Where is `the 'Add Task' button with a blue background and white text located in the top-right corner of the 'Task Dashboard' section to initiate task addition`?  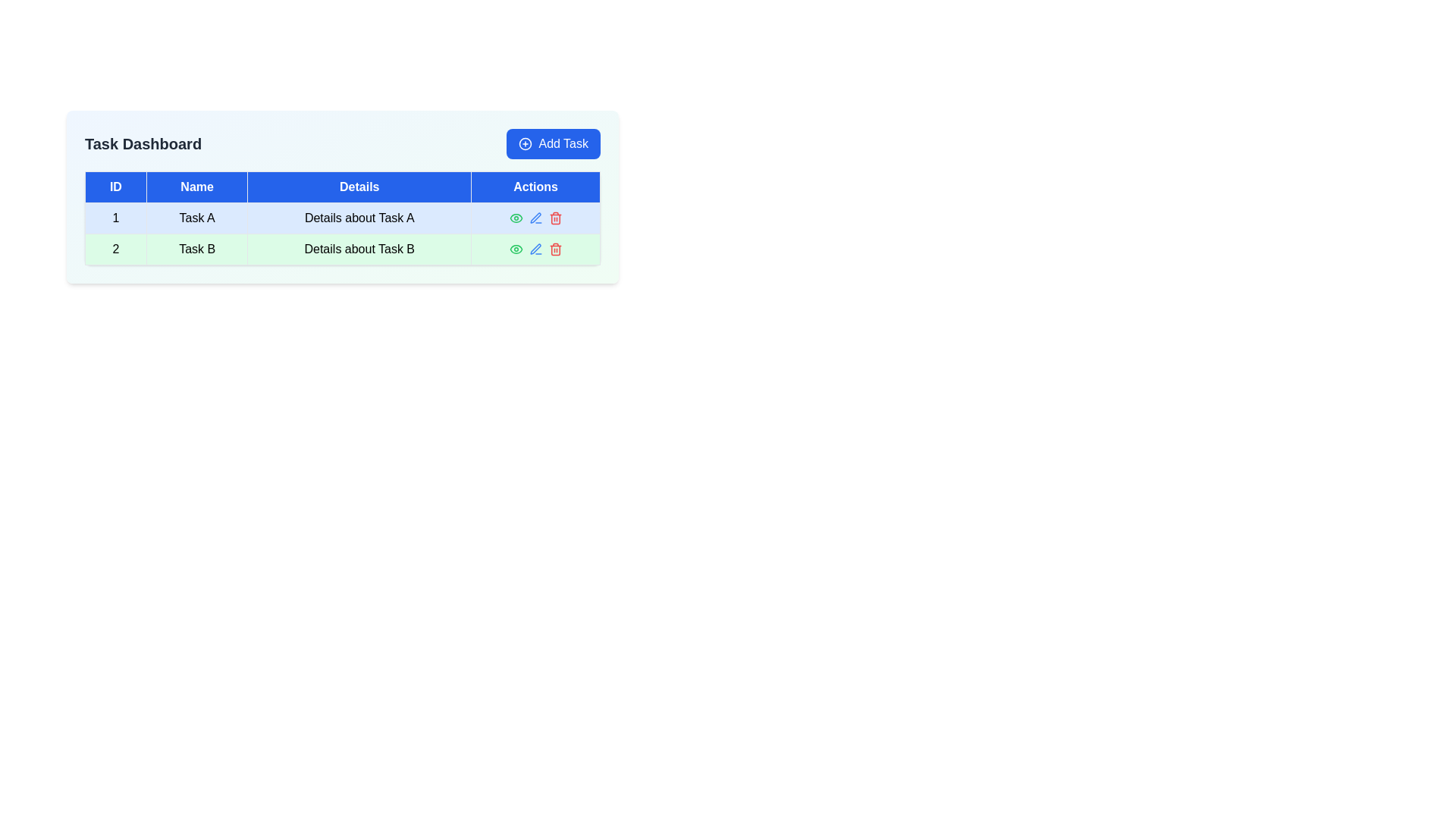 the 'Add Task' button with a blue background and white text located in the top-right corner of the 'Task Dashboard' section to initiate task addition is located at coordinates (553, 143).